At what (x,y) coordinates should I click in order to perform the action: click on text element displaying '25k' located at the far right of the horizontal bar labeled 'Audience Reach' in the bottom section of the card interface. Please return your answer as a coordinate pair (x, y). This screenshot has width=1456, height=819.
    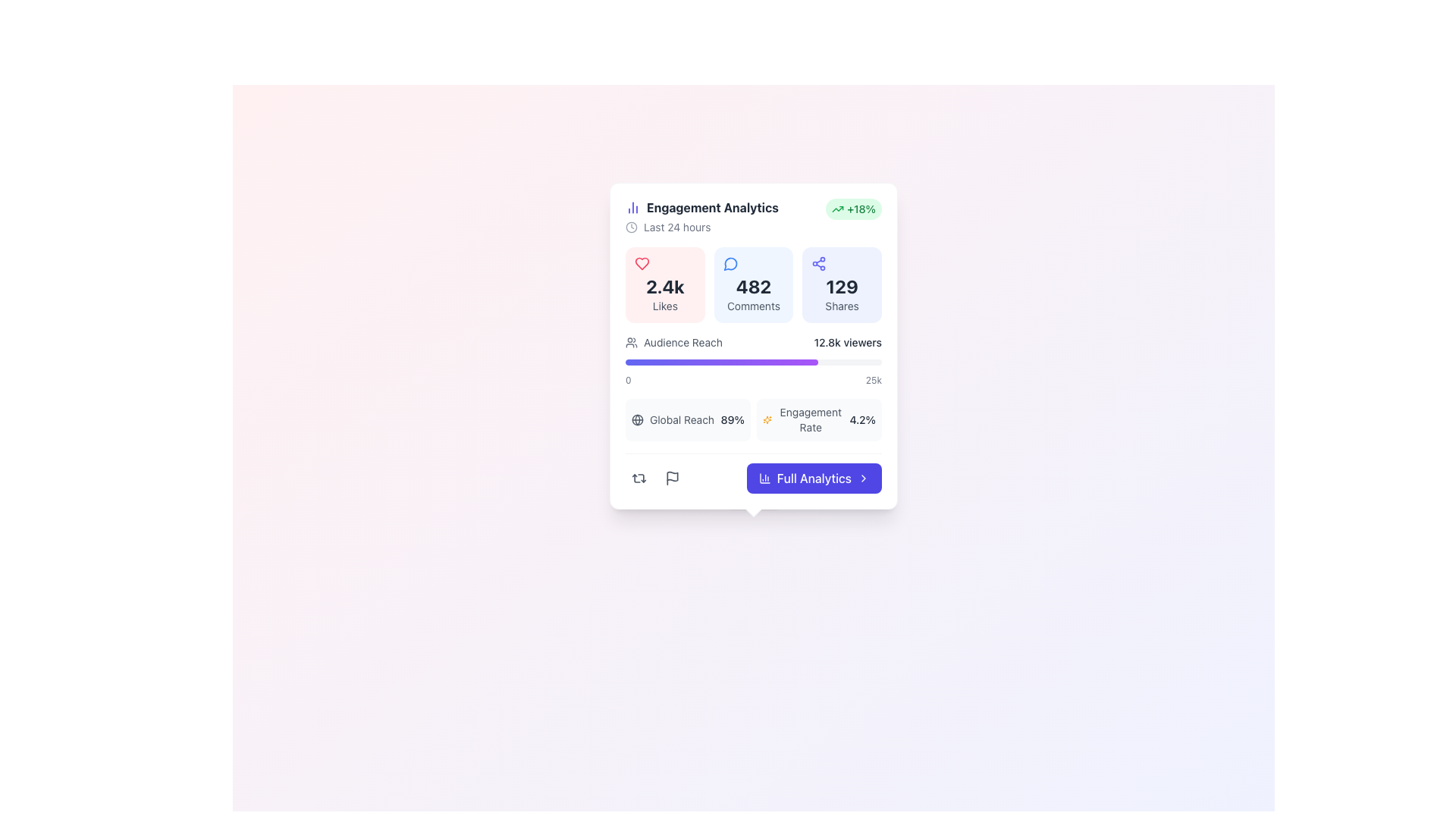
    Looking at the image, I should click on (874, 379).